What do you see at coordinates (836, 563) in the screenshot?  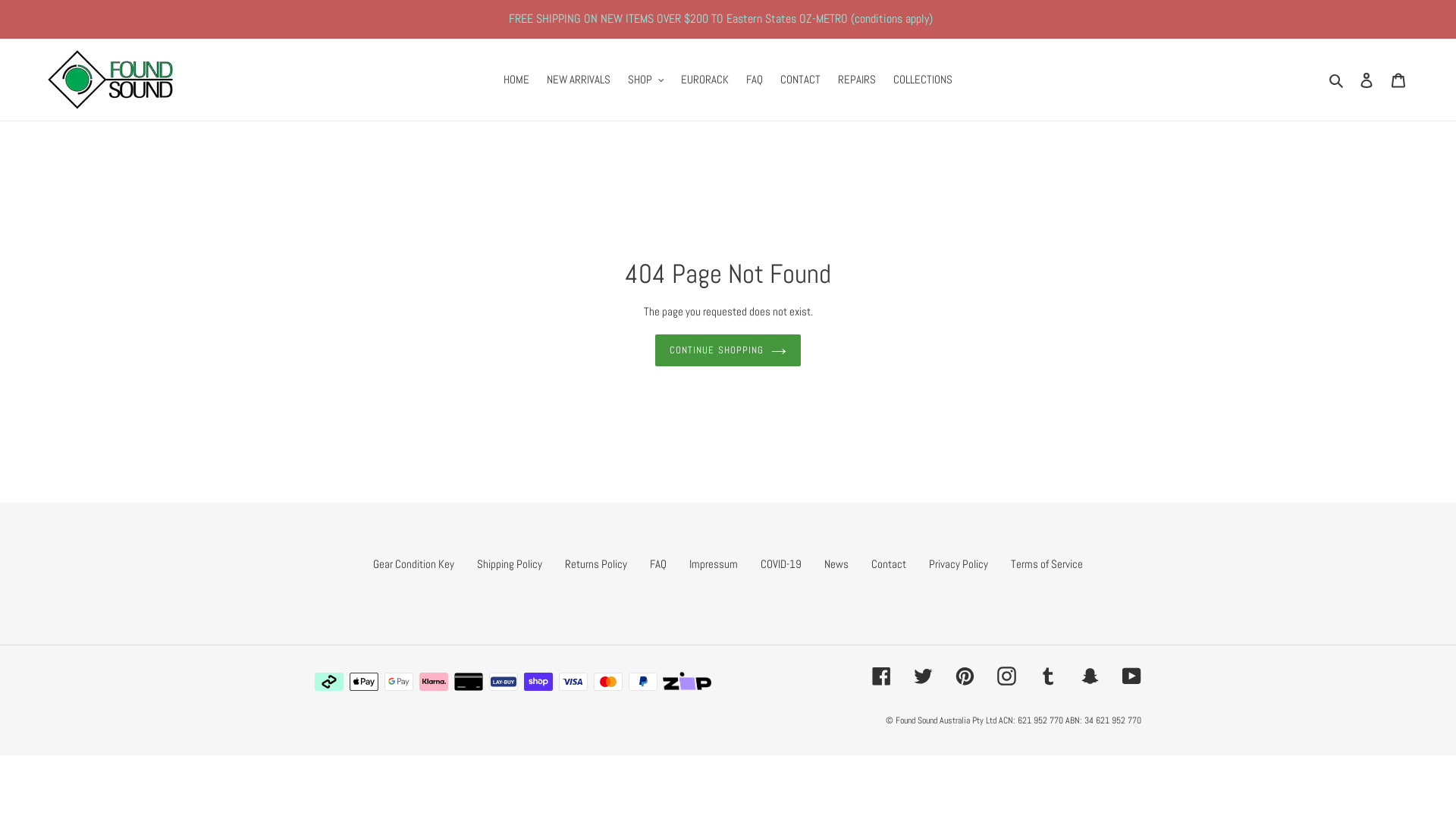 I see `'News'` at bounding box center [836, 563].